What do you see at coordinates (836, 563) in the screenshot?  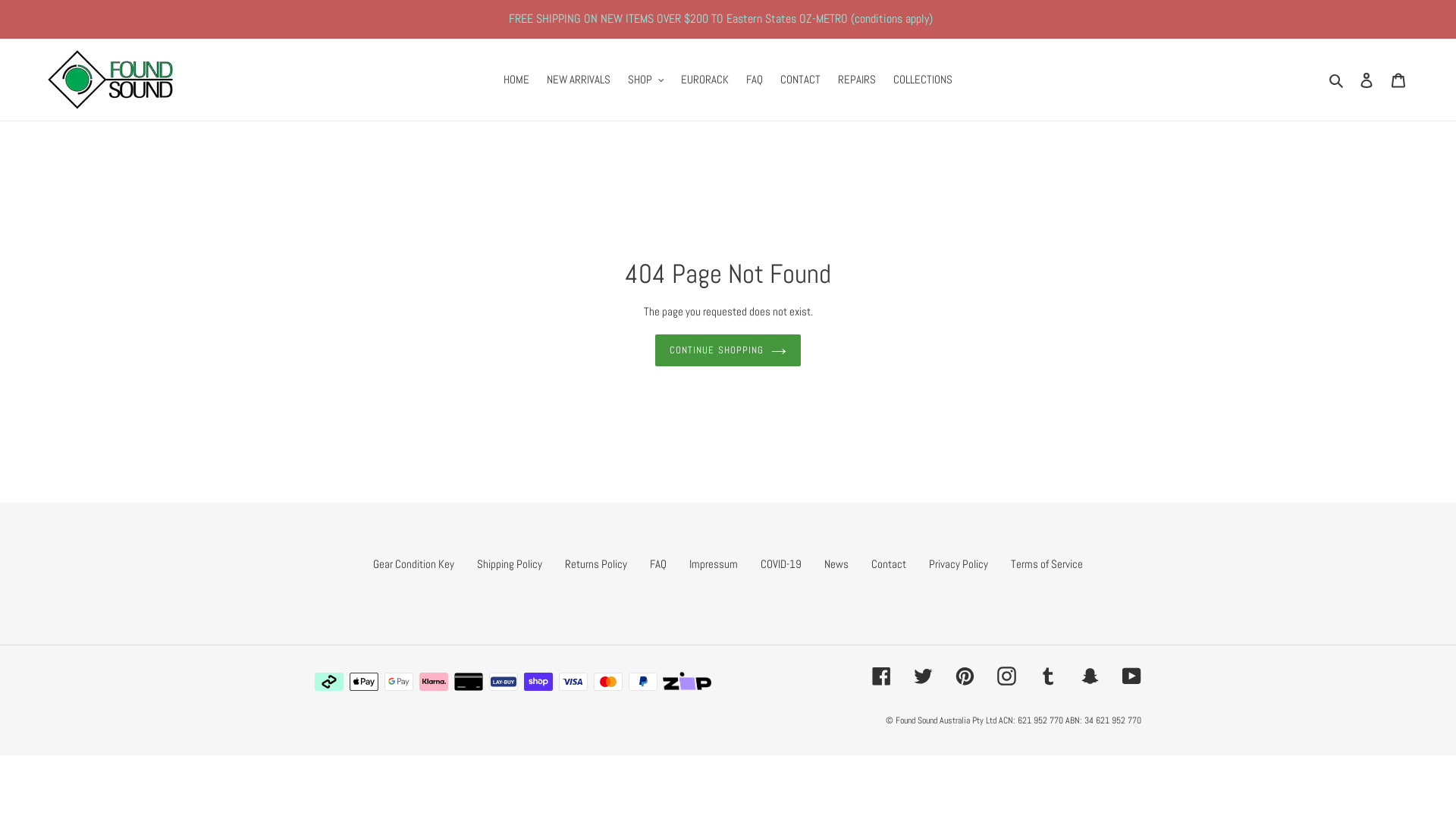 I see `'News'` at bounding box center [836, 563].